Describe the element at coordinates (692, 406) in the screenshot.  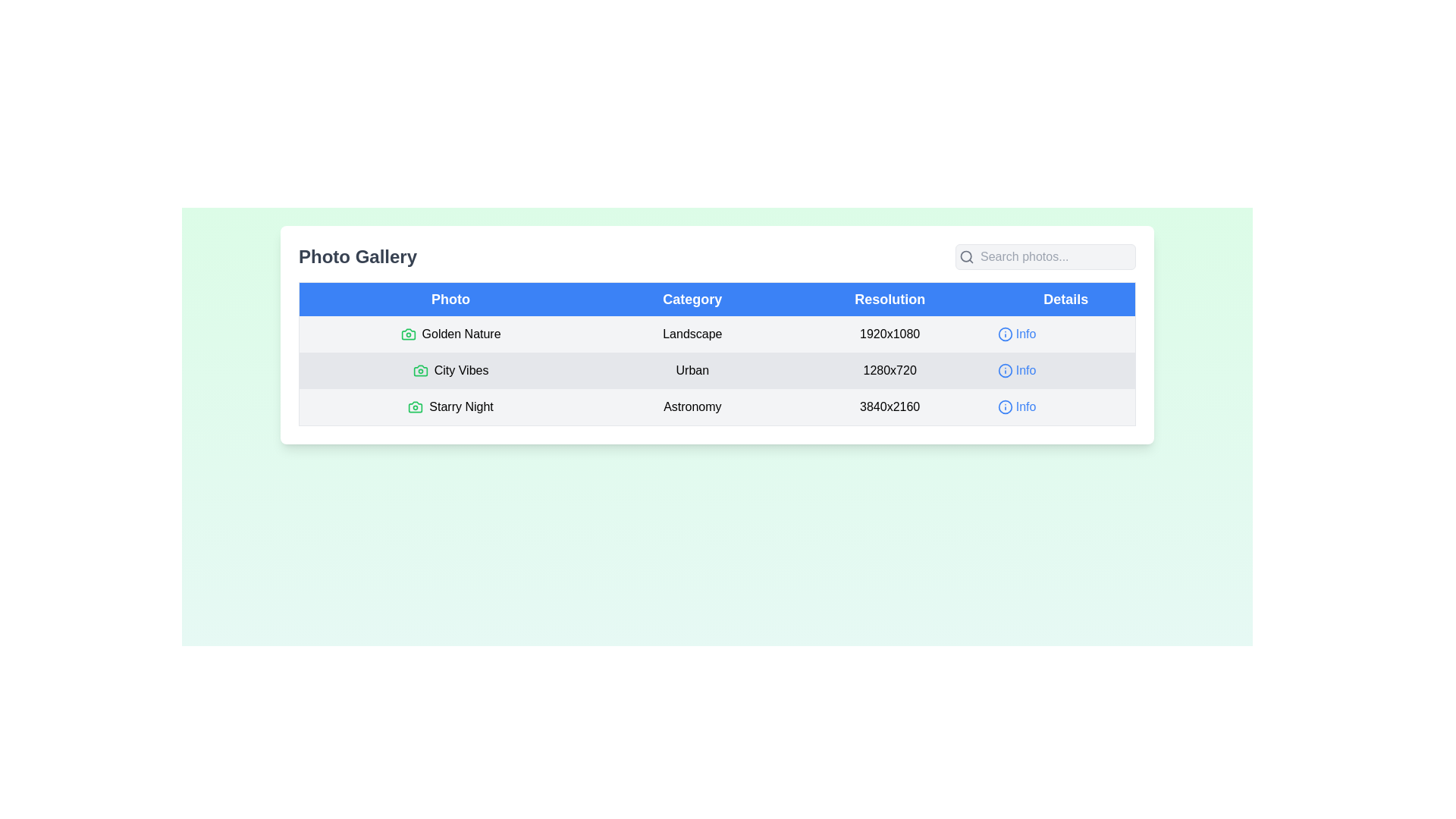
I see `text label in the second column of the third row that categorizes 'Starry Night' as 'Astronomy'` at that location.